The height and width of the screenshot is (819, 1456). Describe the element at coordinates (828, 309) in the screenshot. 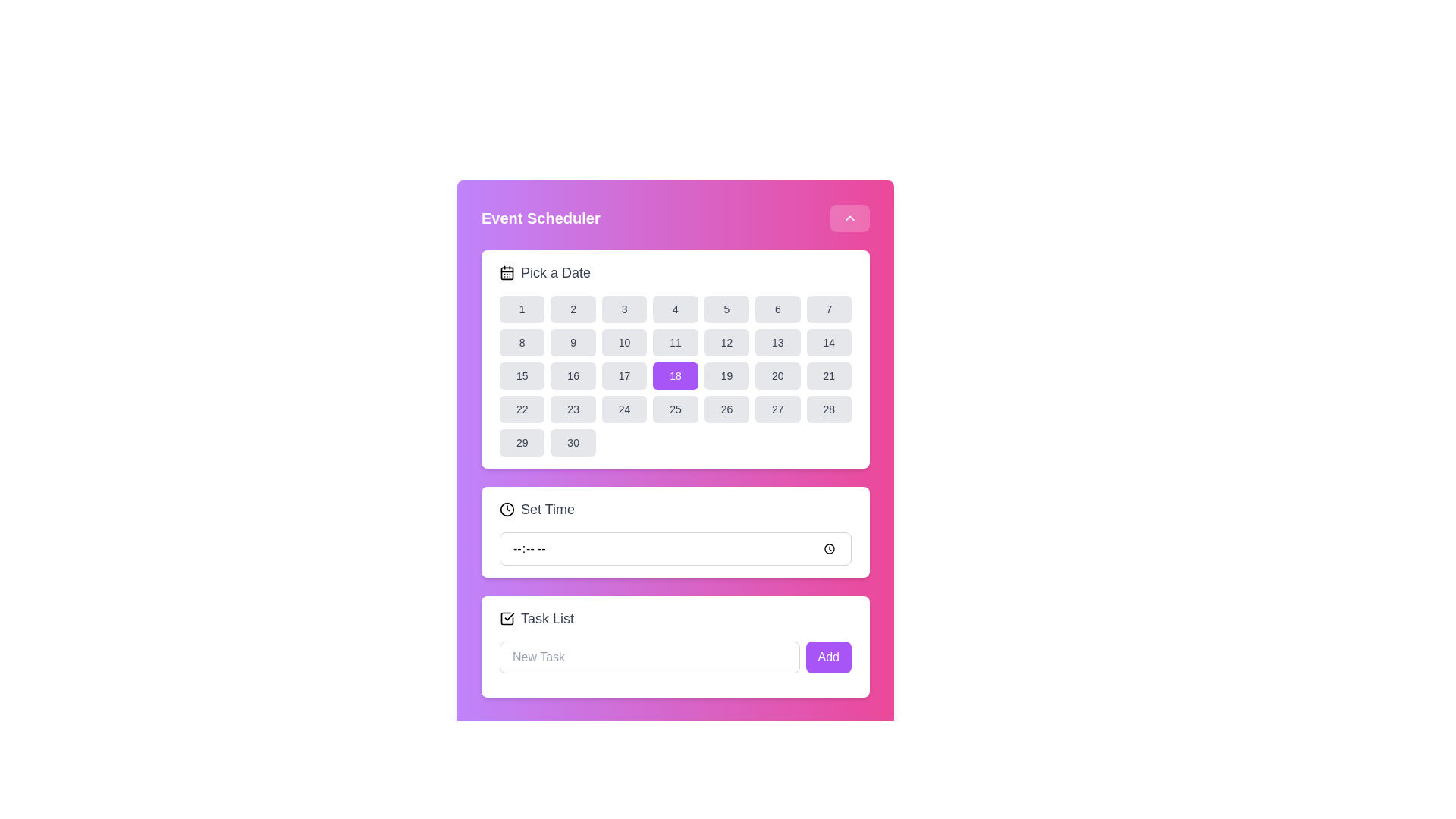

I see `the button representing the seventh day of the month in the 'Pick a Date' calendar selector of the 'Event Scheduler' interface` at that location.